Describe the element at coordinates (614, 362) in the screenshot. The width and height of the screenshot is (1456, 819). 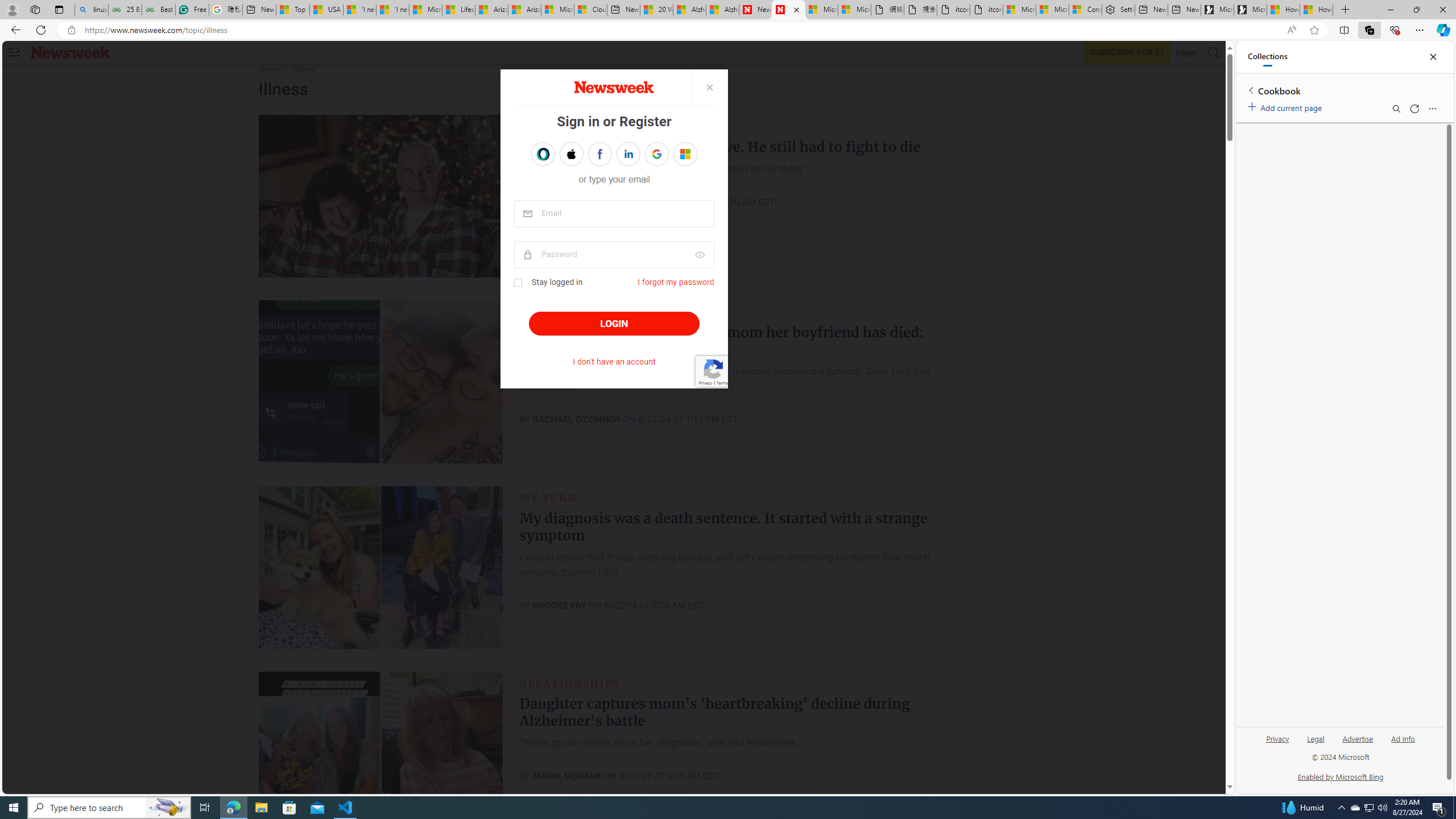
I see `'I don'` at that location.